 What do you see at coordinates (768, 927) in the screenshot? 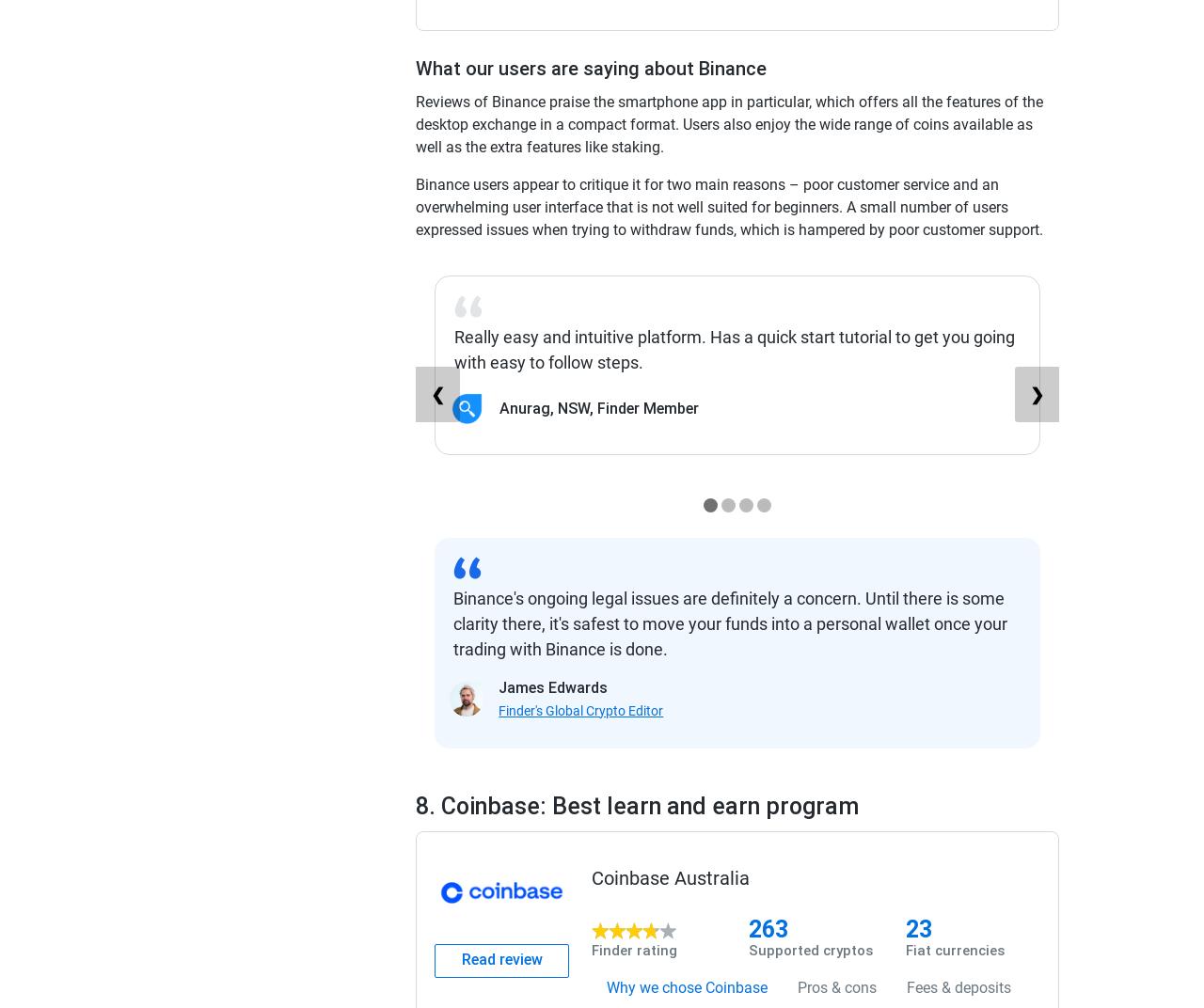
I see `'263'` at bounding box center [768, 927].